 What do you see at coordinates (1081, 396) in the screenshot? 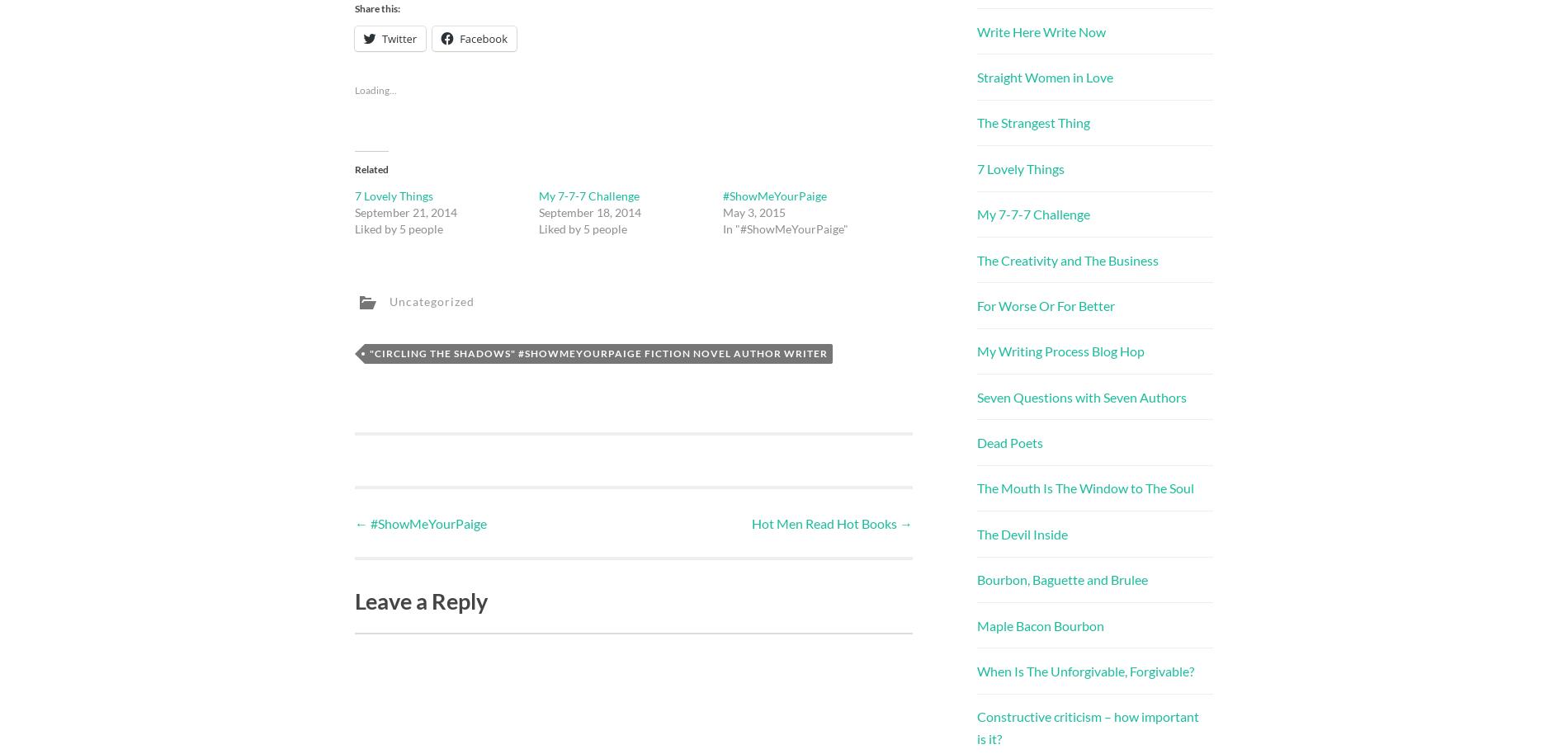
I see `'Seven Questions with Seven Authors'` at bounding box center [1081, 396].